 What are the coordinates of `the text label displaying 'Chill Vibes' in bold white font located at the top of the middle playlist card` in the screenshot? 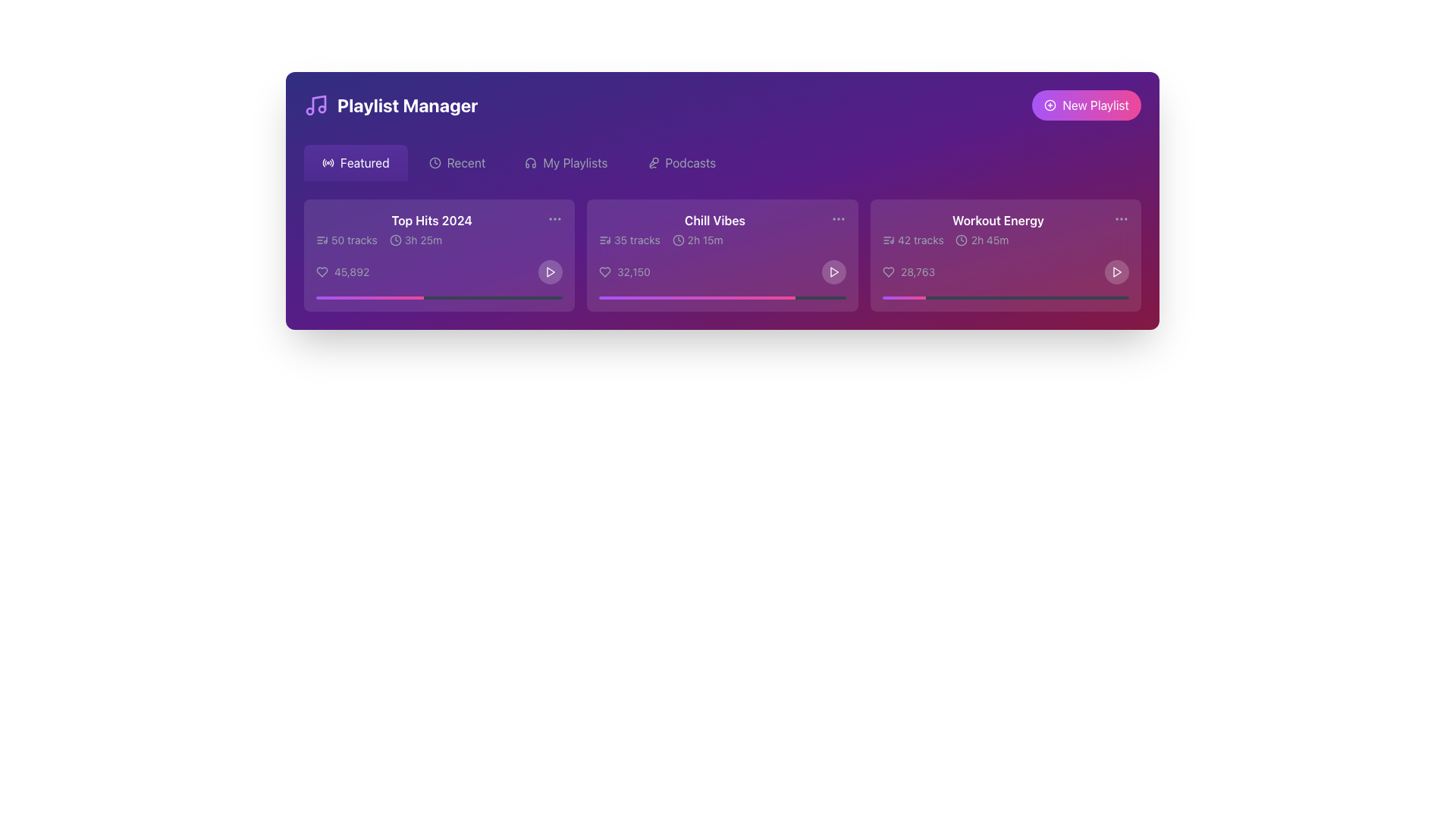 It's located at (714, 220).